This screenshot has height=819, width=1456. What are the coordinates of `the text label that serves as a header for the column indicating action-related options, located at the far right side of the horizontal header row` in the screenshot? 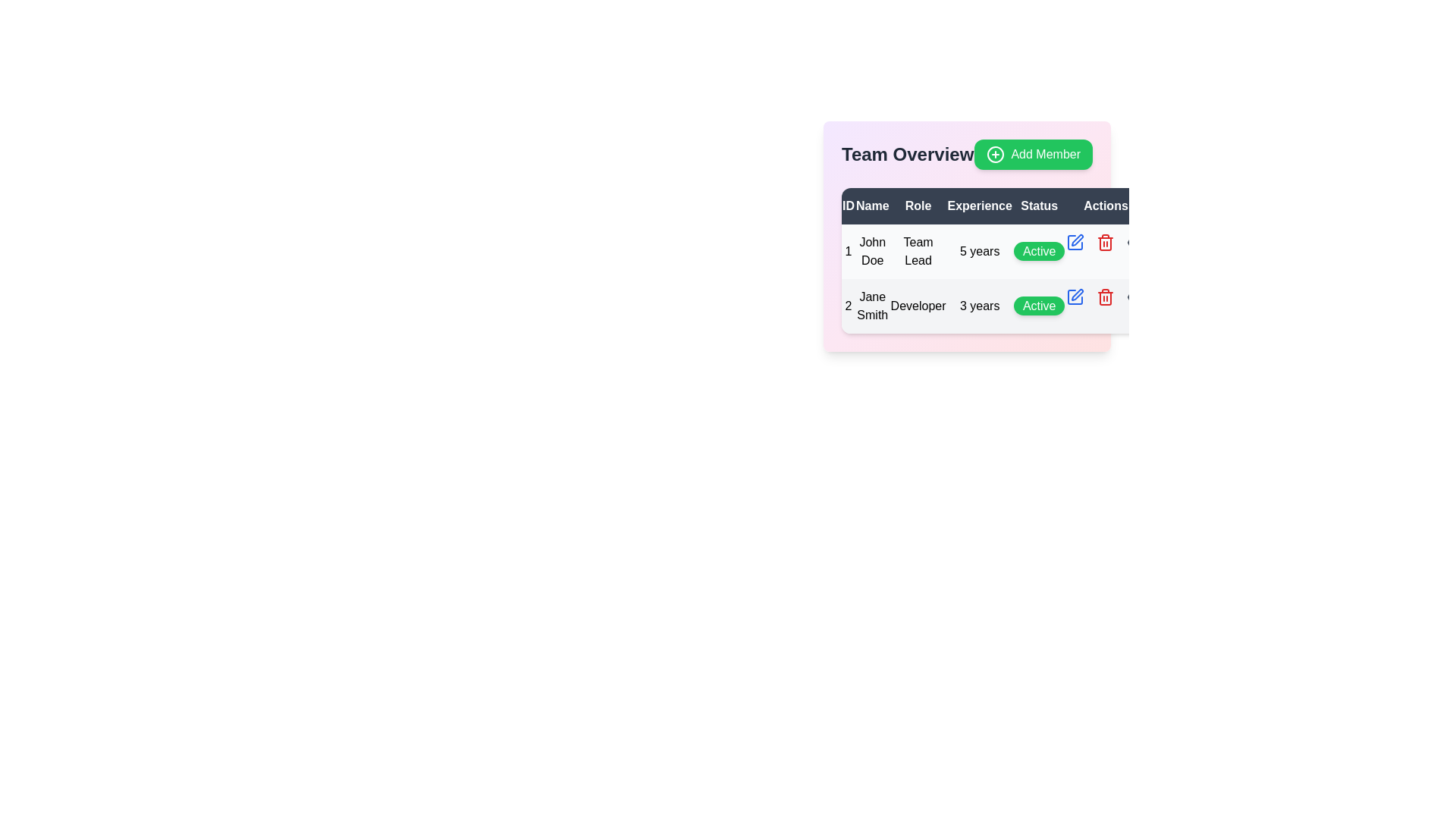 It's located at (1106, 206).